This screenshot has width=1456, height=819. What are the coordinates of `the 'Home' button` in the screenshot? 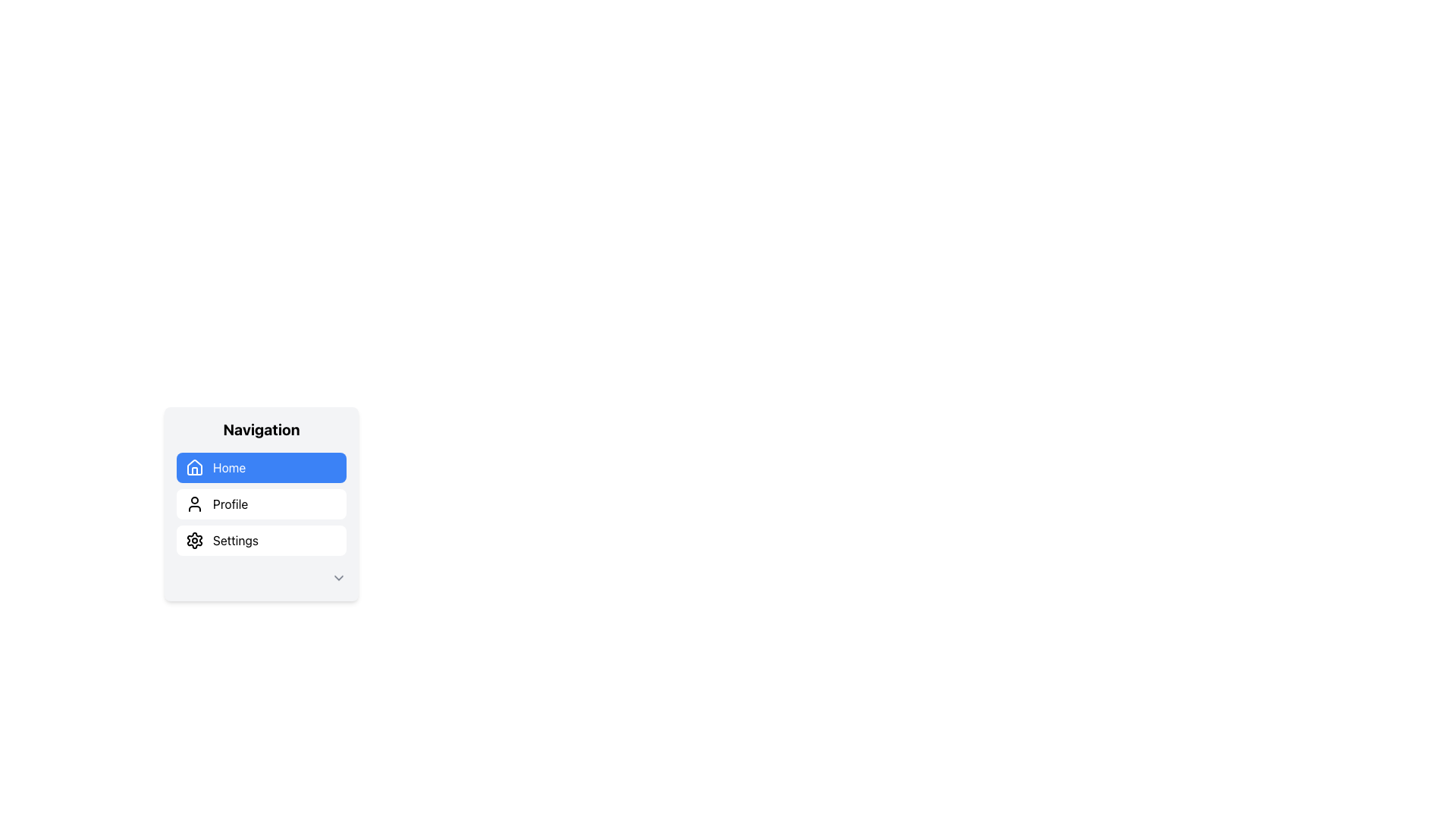 It's located at (262, 467).